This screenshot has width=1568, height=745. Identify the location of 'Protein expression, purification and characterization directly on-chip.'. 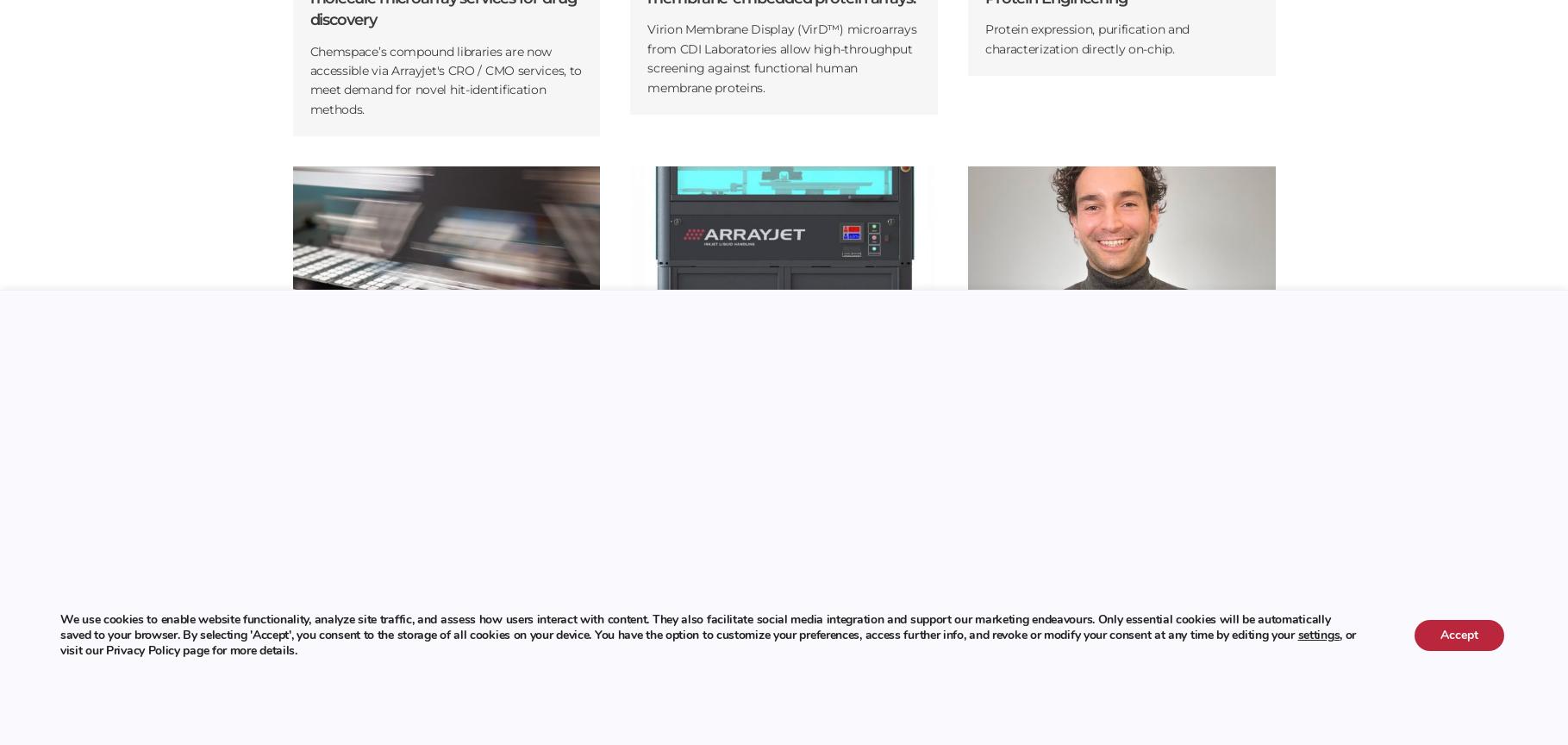
(1085, 39).